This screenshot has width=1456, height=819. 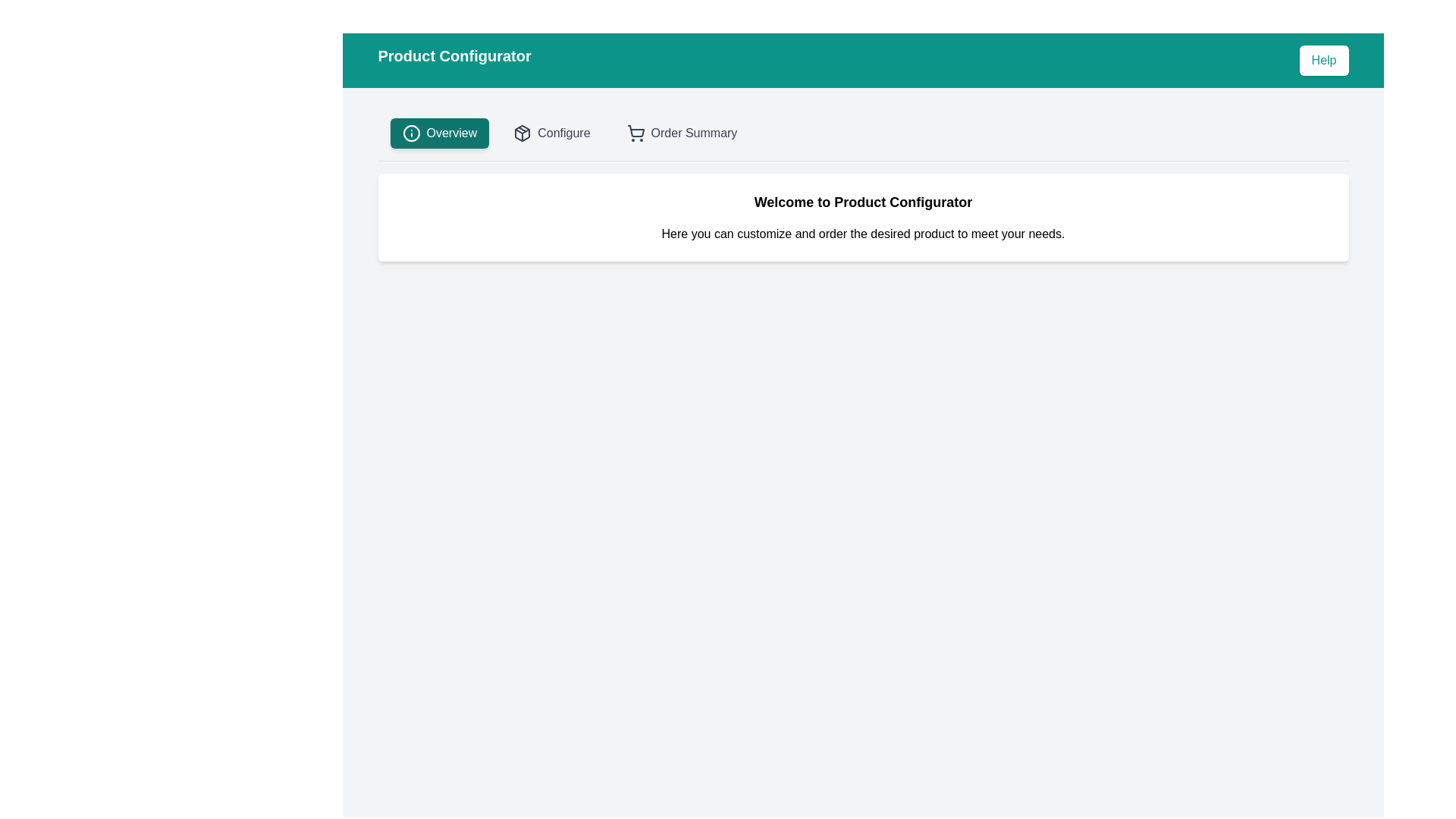 What do you see at coordinates (635, 133) in the screenshot?
I see `the shopping cart icon in the navigation bar, which is part of the 'Order Summary' button and is located to the left of its text label` at bounding box center [635, 133].